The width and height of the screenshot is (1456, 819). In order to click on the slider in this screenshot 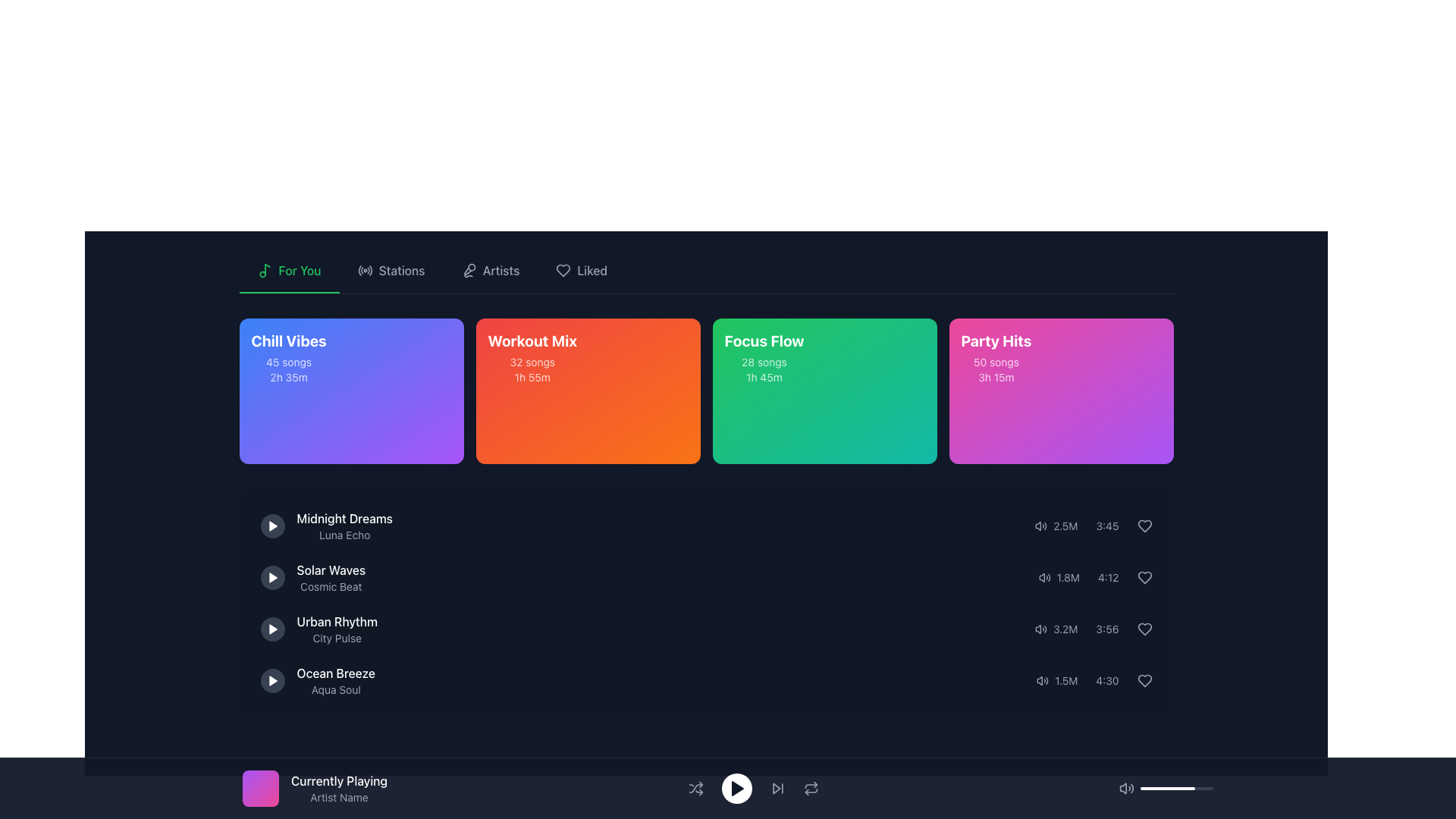, I will do `click(1141, 788)`.